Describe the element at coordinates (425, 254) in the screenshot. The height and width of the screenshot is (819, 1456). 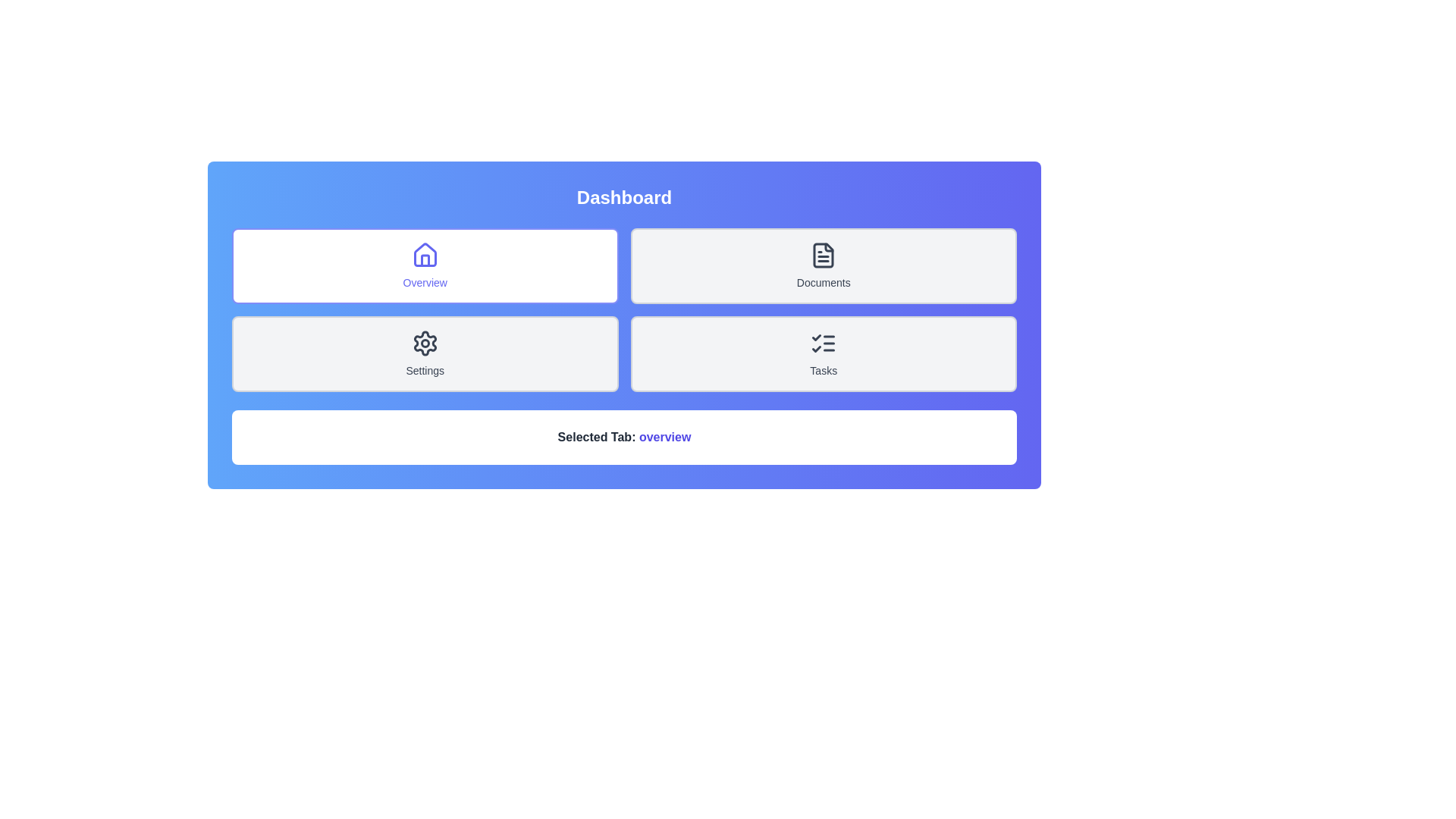
I see `the 'Overview' icon located in the top-left section of the dashboard interface` at that location.